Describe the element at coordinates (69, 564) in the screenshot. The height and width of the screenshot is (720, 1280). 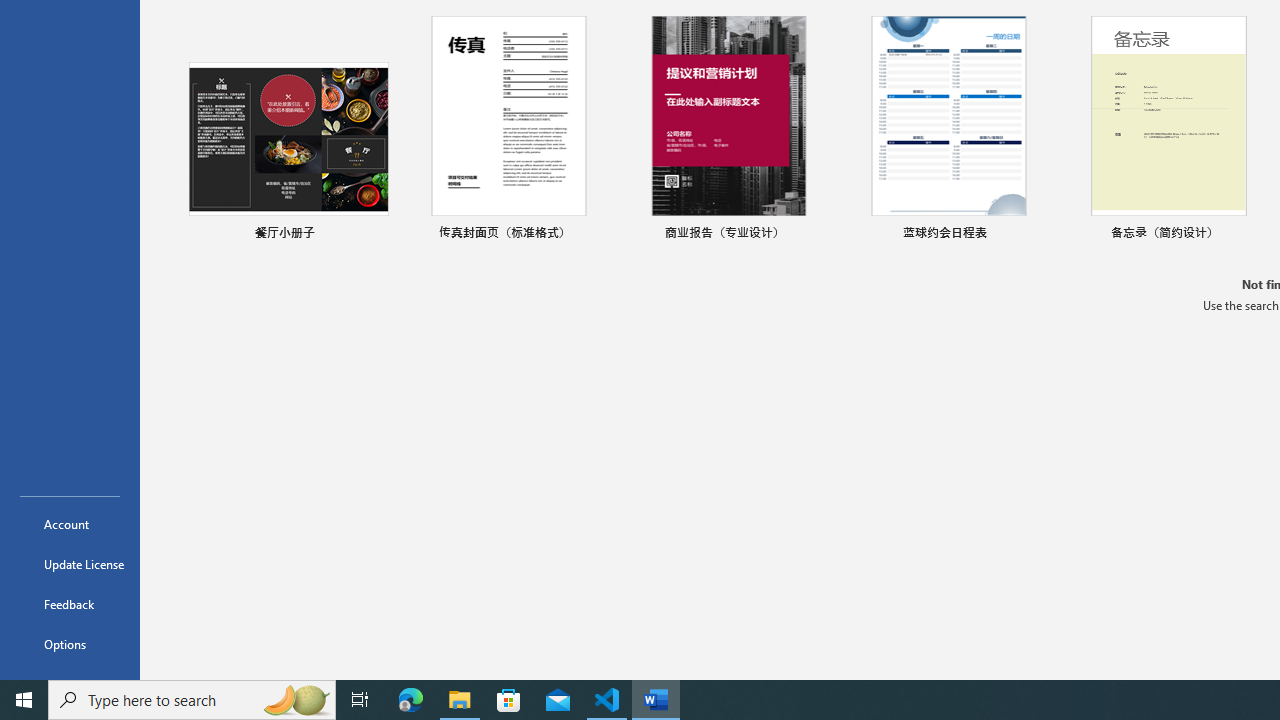
I see `'Update License'` at that location.